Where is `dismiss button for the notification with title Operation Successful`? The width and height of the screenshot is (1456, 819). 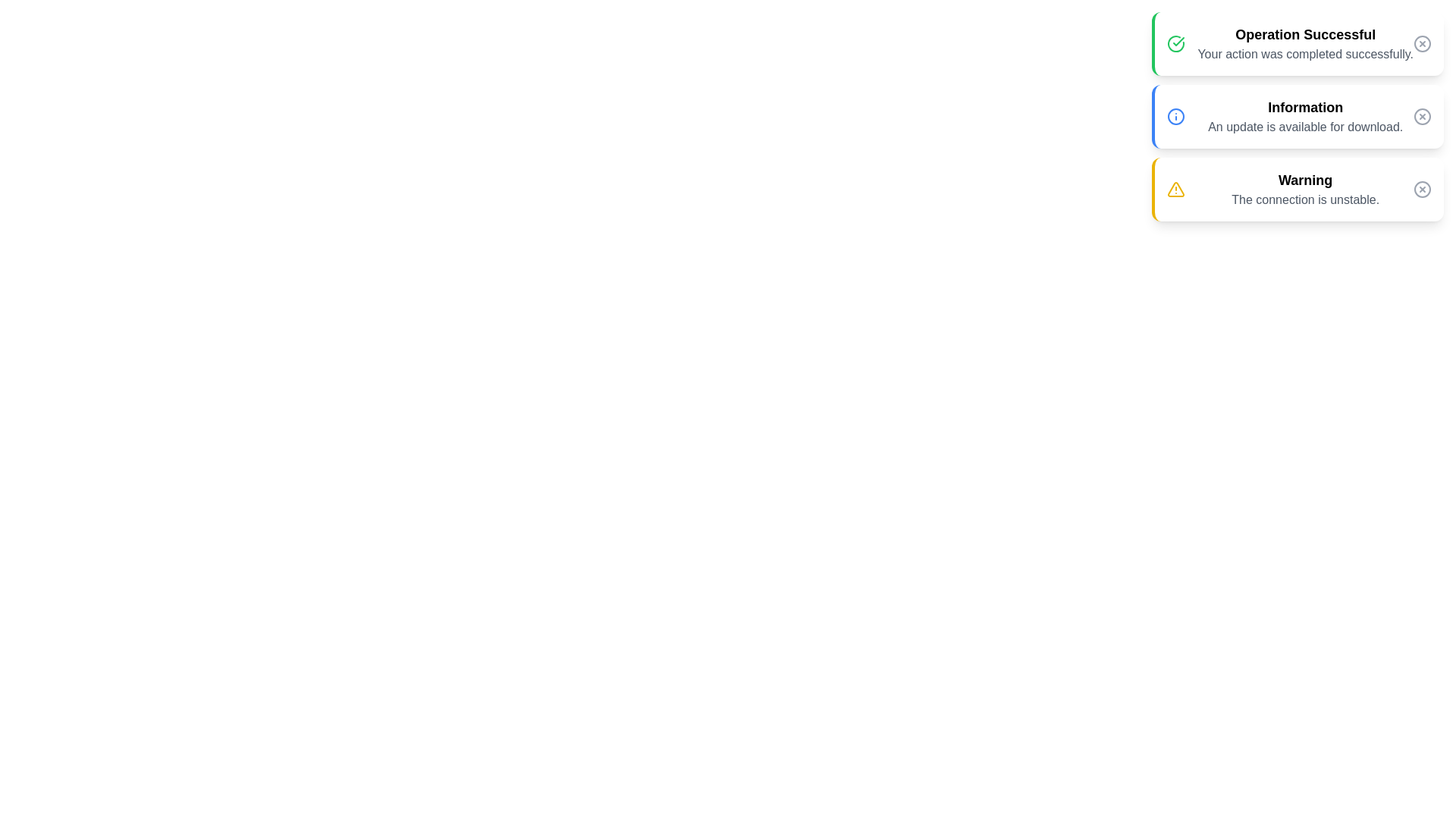
dismiss button for the notification with title Operation Successful is located at coordinates (1422, 42).